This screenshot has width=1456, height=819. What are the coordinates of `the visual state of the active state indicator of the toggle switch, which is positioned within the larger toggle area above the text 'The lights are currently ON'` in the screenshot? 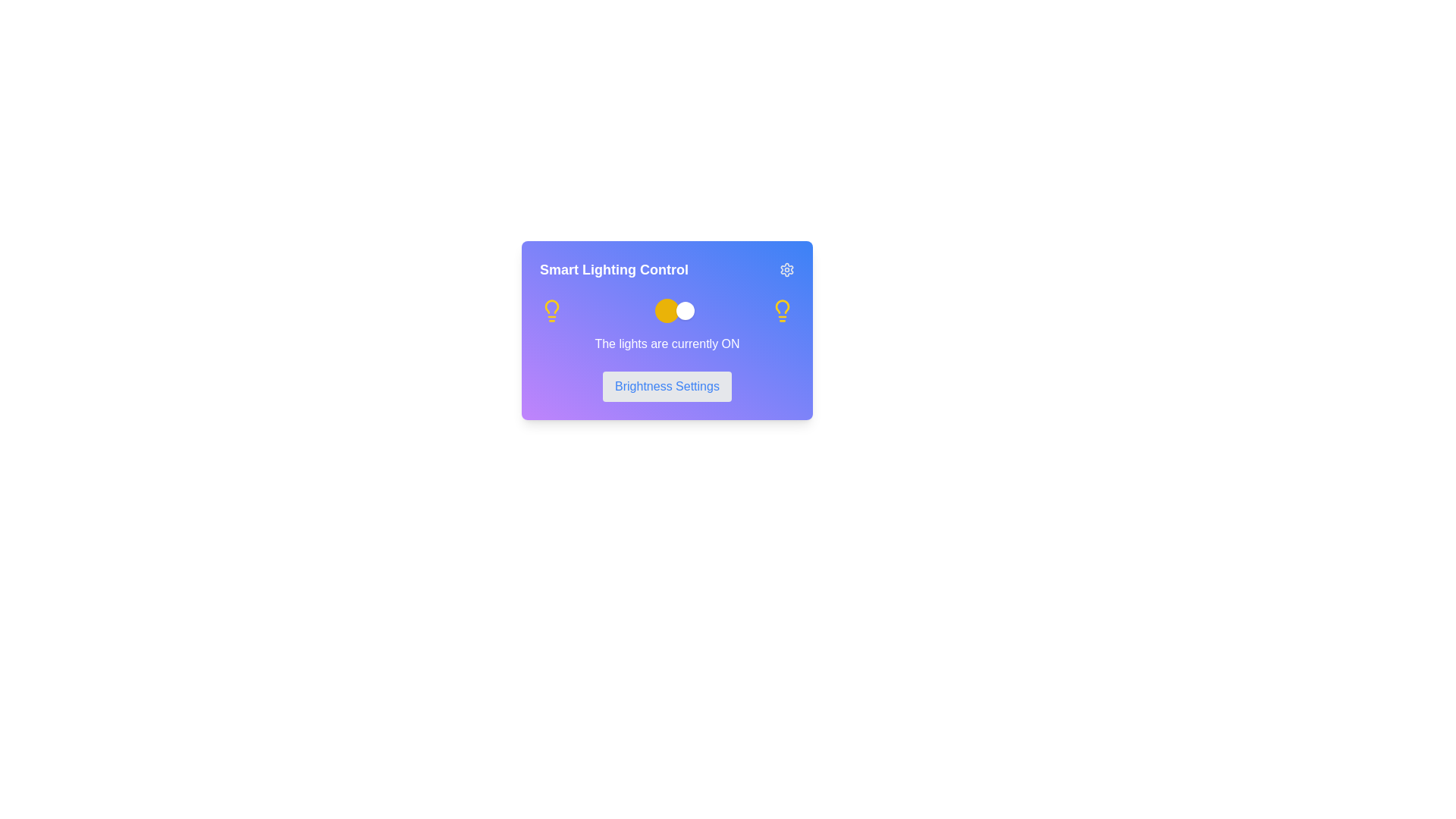 It's located at (684, 309).